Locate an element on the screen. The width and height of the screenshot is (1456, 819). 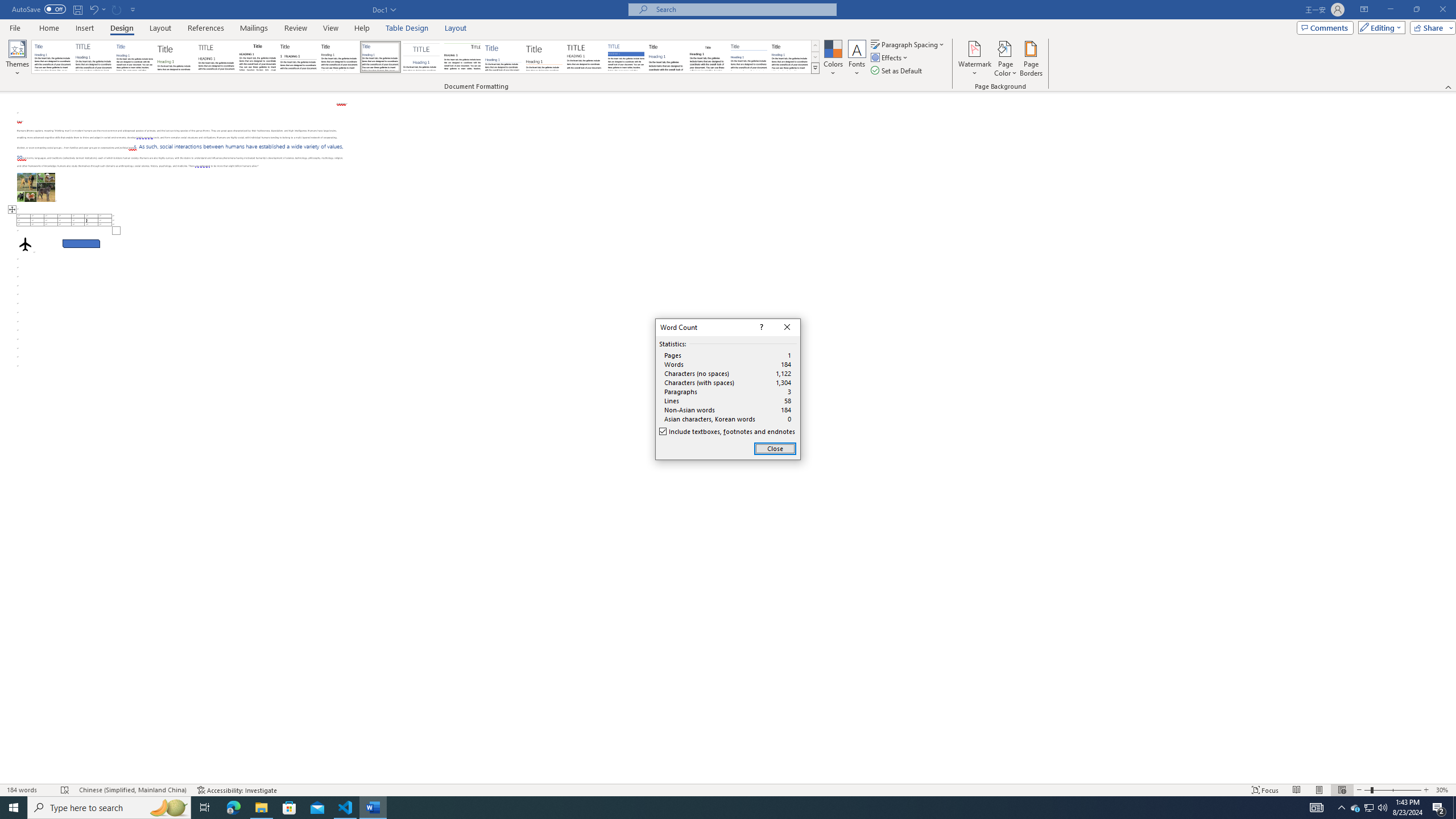
'Basic (Simple)' is located at coordinates (135, 56).